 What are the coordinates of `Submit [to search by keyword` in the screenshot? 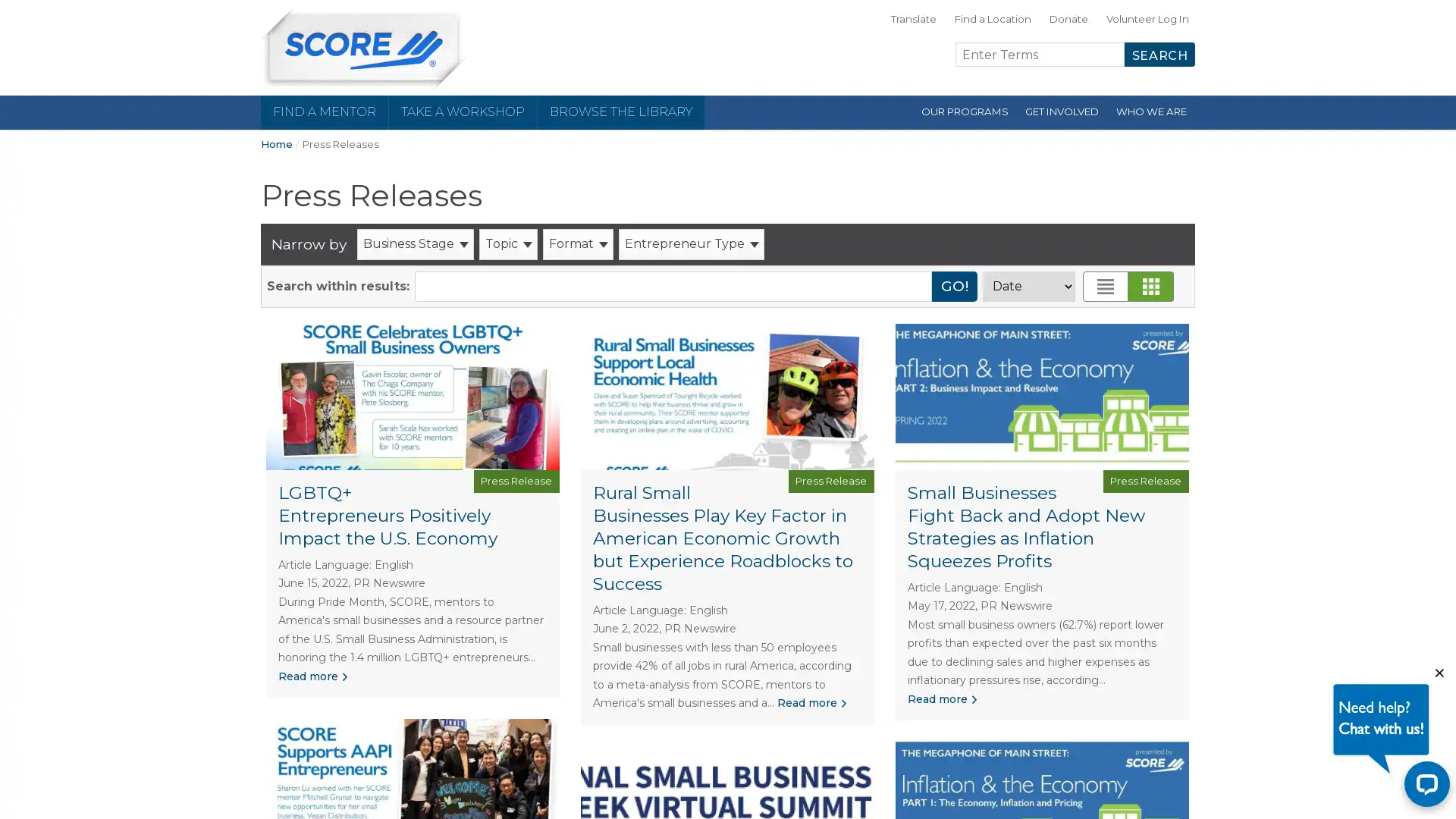 It's located at (953, 286).